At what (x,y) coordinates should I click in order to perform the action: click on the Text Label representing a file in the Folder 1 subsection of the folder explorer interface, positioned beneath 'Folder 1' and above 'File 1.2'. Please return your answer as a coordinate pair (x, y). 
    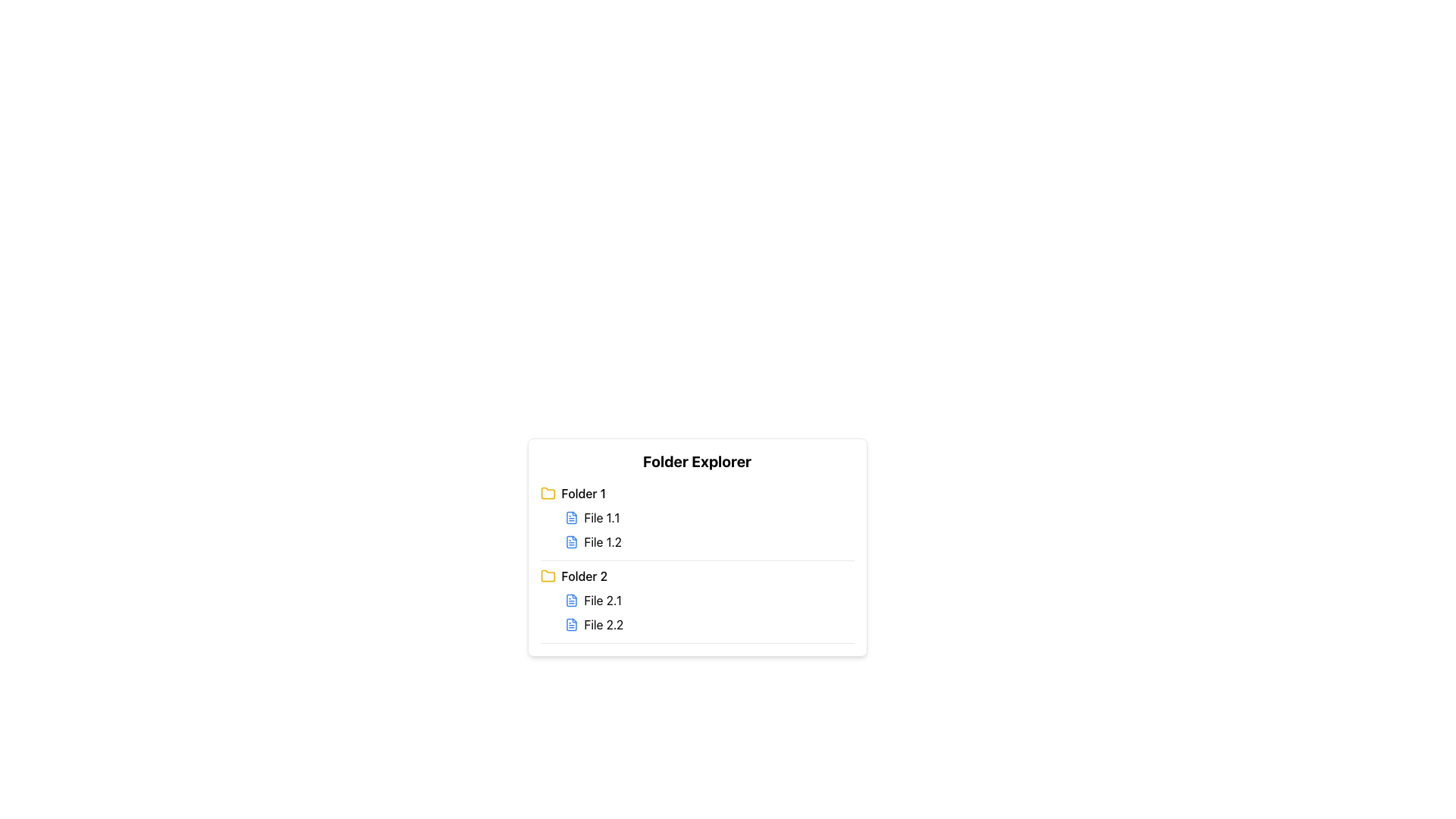
    Looking at the image, I should click on (601, 516).